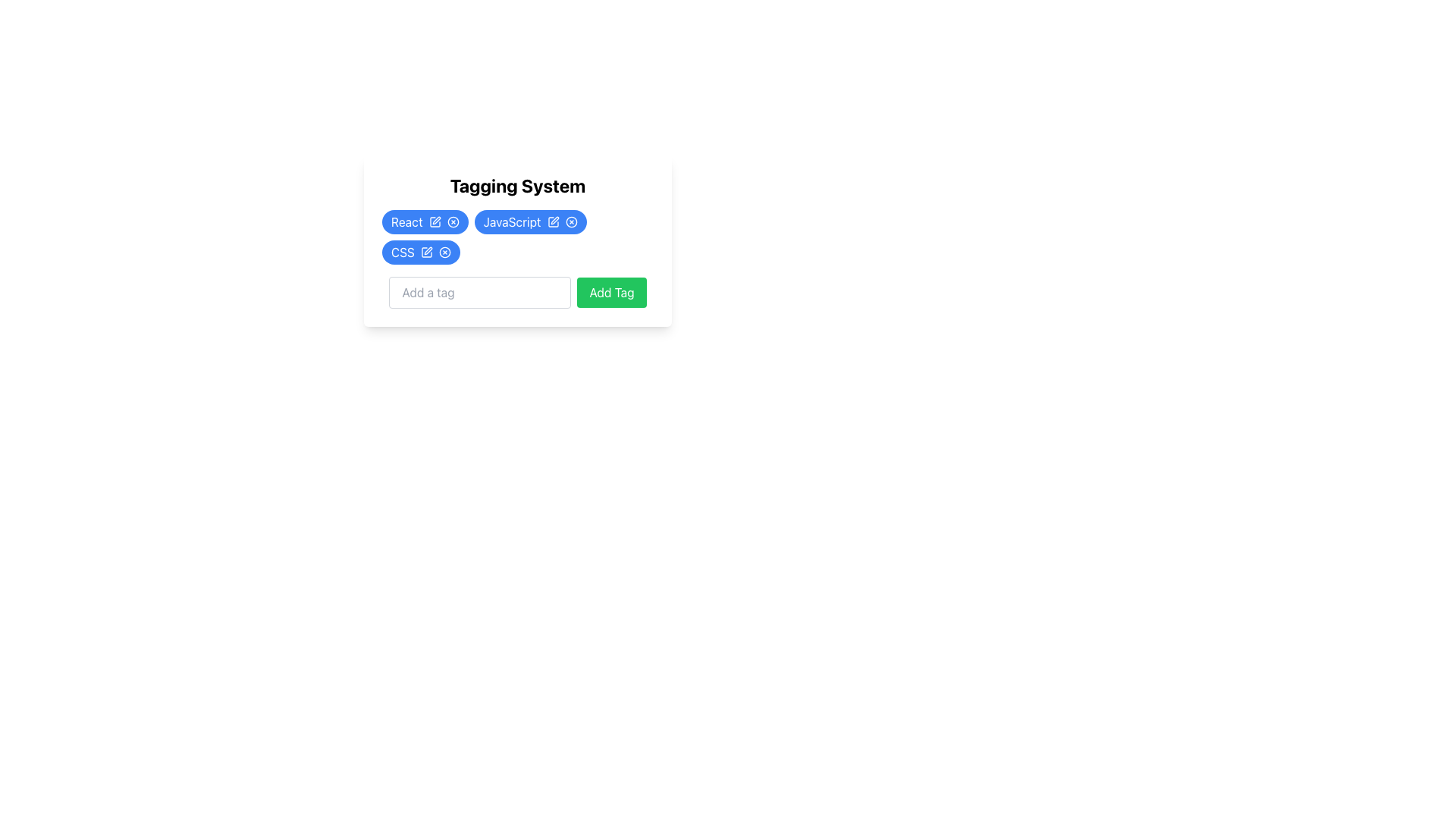 This screenshot has width=1456, height=819. I want to click on the circular icon element that represents the close button associated with the JavaScript tag in the tagging interface, so click(570, 222).